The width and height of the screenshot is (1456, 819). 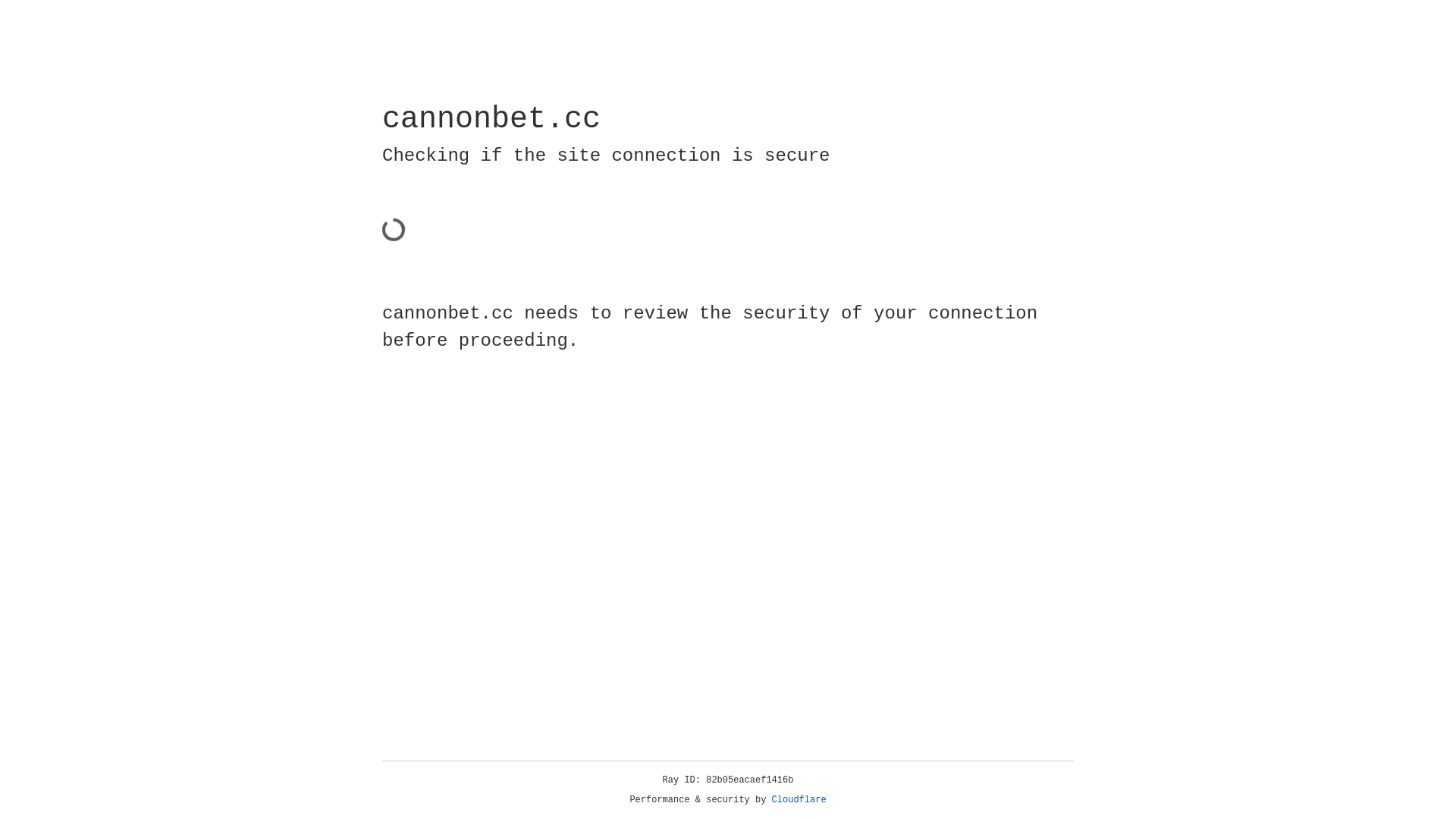 What do you see at coordinates (799, 799) in the screenshot?
I see `'Cloudflare'` at bounding box center [799, 799].